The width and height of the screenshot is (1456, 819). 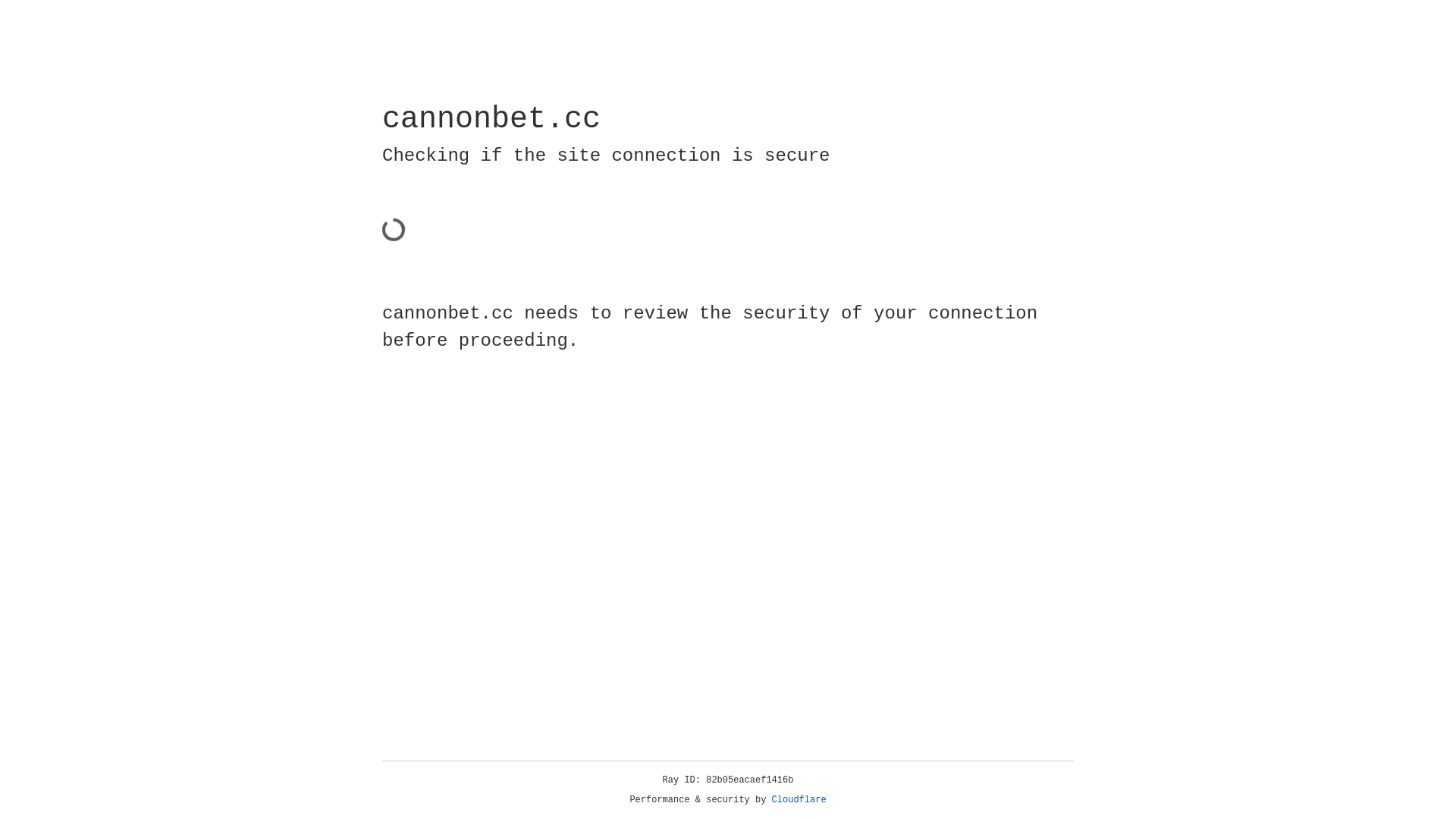 What do you see at coordinates (799, 799) in the screenshot?
I see `'Cloudflare'` at bounding box center [799, 799].